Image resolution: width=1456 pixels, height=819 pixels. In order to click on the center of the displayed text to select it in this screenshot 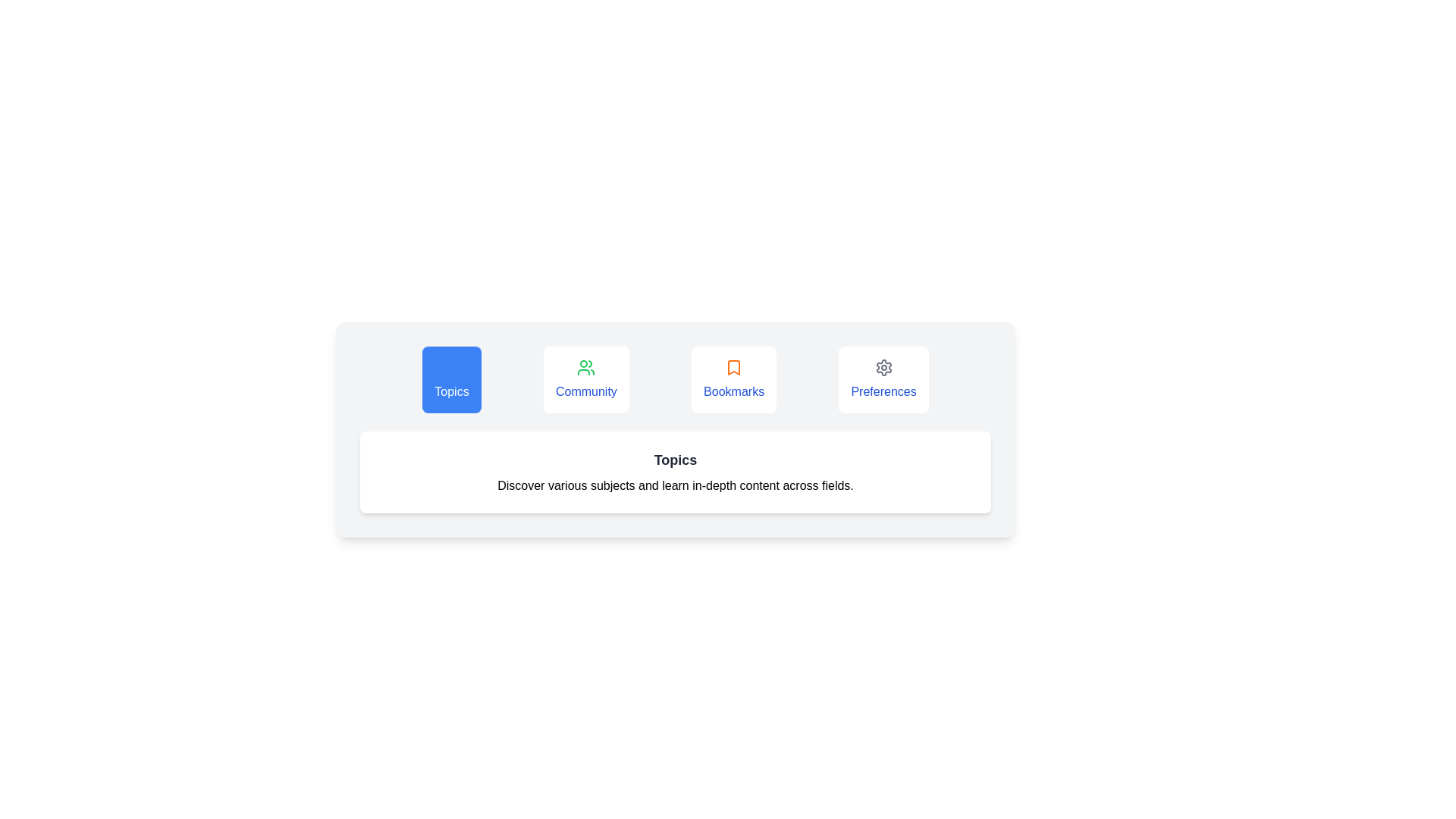, I will do `click(675, 485)`.